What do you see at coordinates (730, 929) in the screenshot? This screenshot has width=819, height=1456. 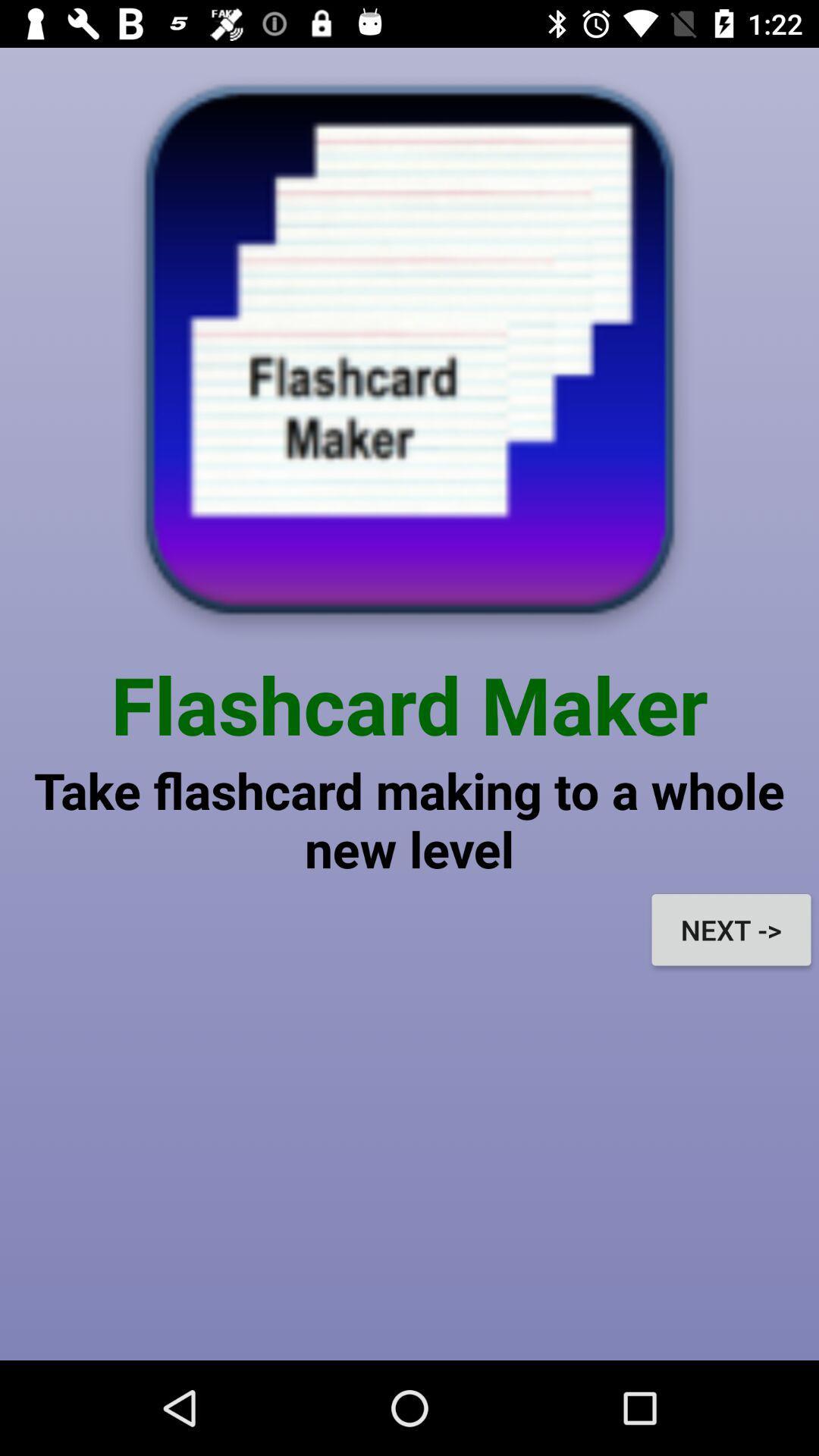 I see `next -> icon` at bounding box center [730, 929].